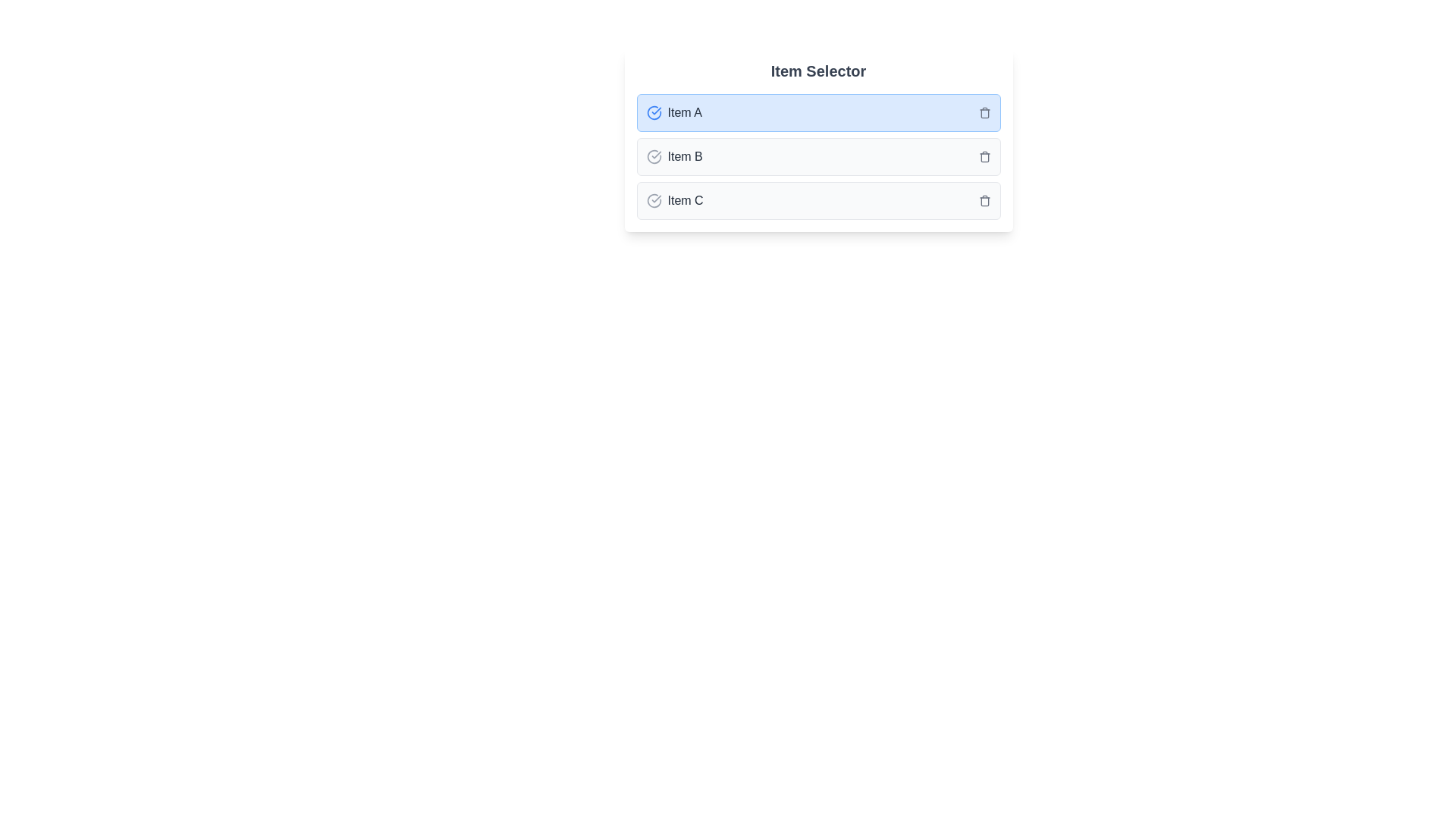  What do you see at coordinates (654, 200) in the screenshot?
I see `the graphical state represented by the Status indicator icon located in the third row labeled 'Item C', positioned to the left of the text label` at bounding box center [654, 200].